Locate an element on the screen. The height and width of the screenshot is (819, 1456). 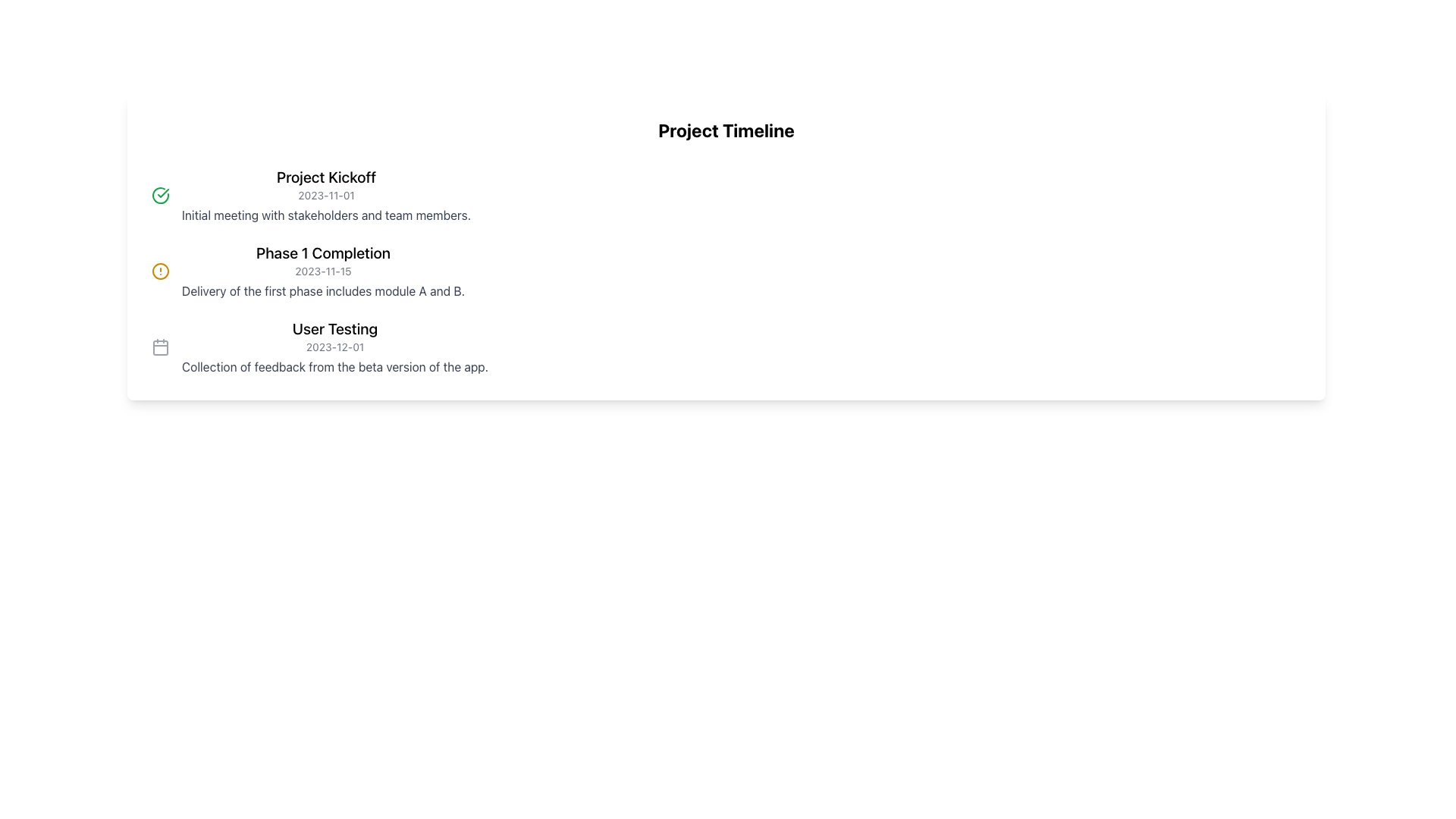
the main body rectangle of the calendar icon located to the left of the 'User Testing' event heading is located at coordinates (160, 348).